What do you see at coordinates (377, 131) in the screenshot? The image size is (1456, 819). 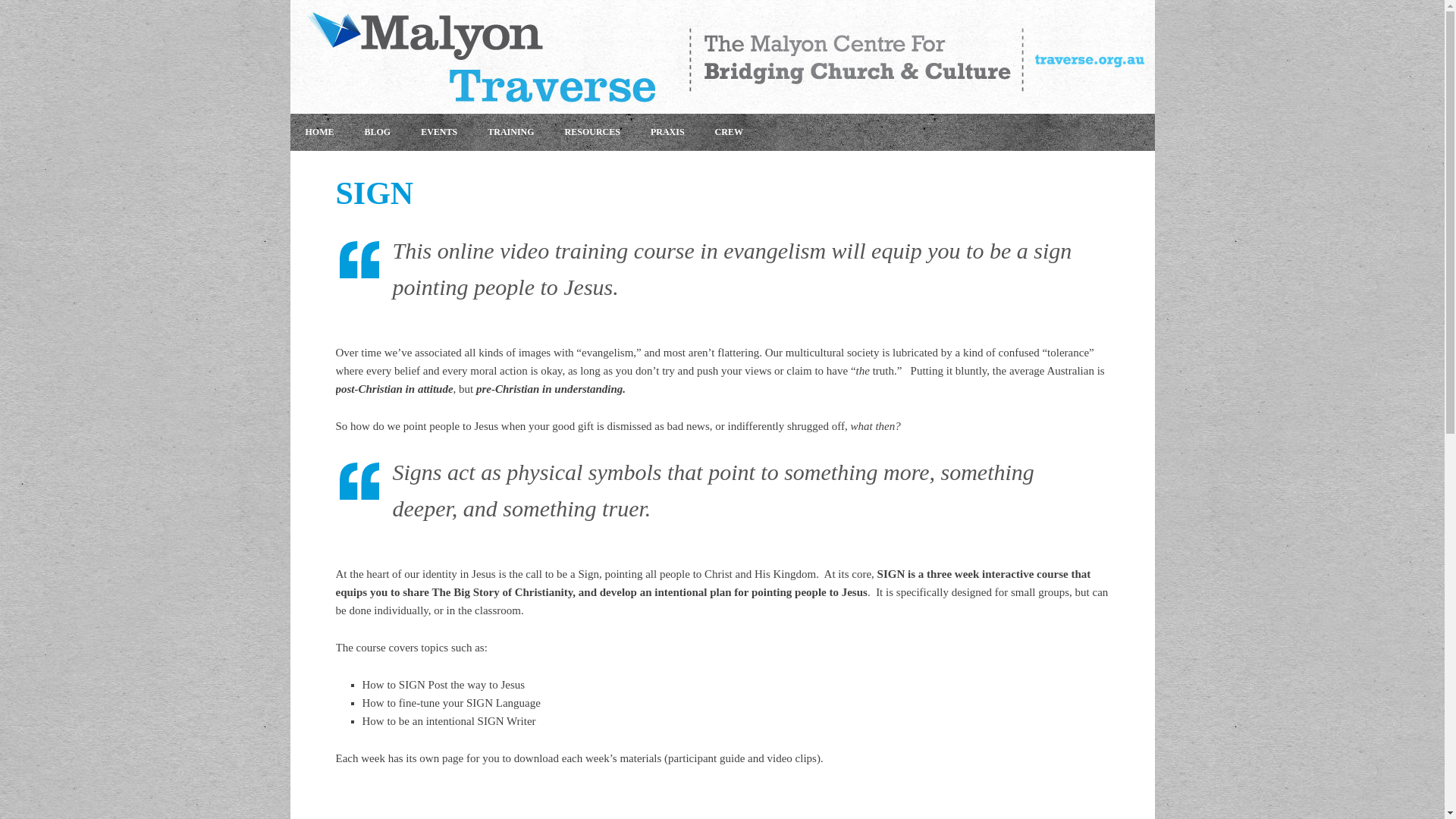 I see `'BLOG'` at bounding box center [377, 131].